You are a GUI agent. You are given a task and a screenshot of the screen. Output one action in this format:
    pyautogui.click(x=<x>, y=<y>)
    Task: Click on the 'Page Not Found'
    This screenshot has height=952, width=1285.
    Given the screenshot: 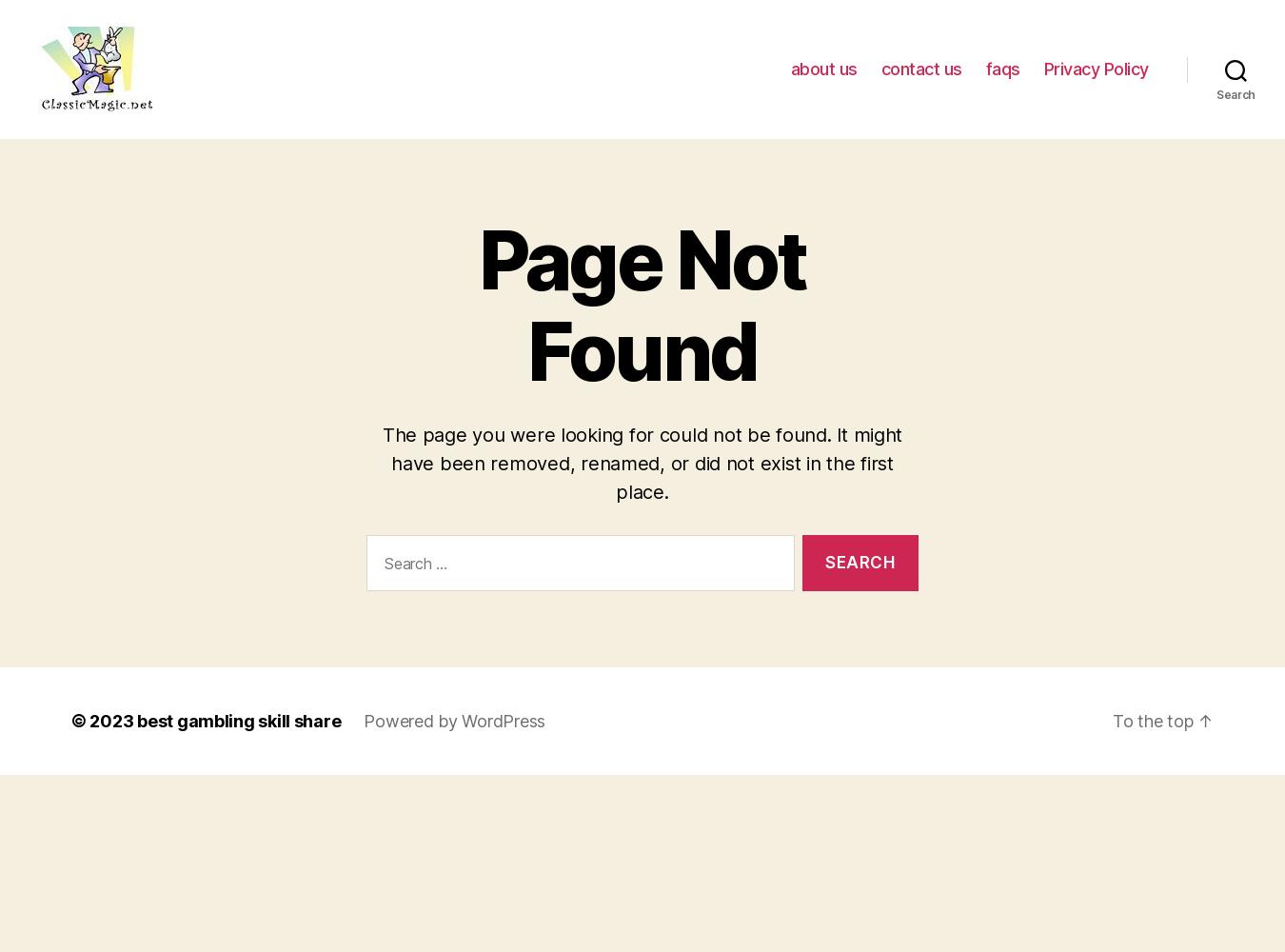 What is the action you would take?
    pyautogui.click(x=642, y=305)
    